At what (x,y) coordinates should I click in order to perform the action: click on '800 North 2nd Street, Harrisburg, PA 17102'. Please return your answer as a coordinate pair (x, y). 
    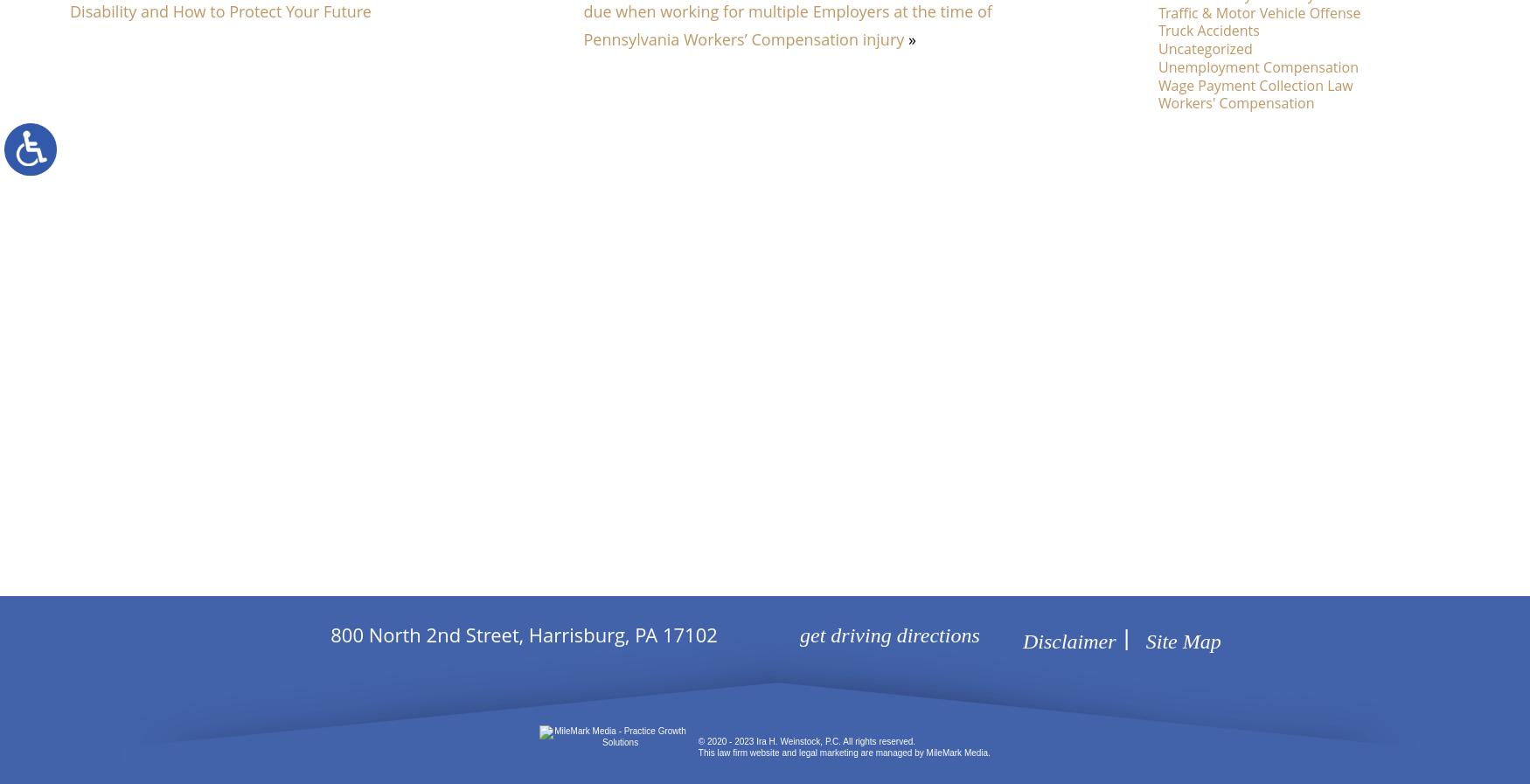
    Looking at the image, I should click on (524, 635).